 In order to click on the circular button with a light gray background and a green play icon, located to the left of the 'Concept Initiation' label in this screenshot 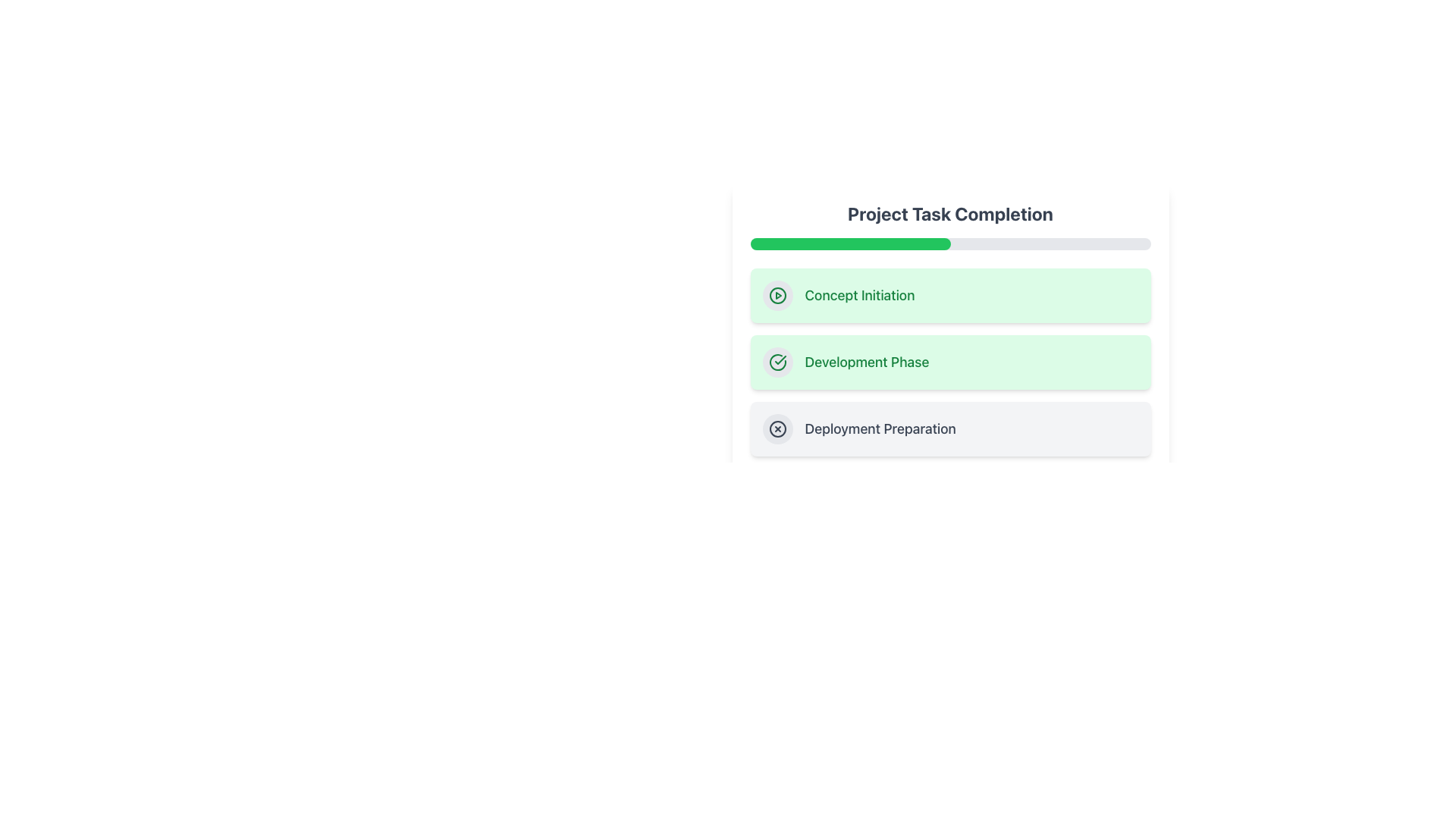, I will do `click(777, 295)`.